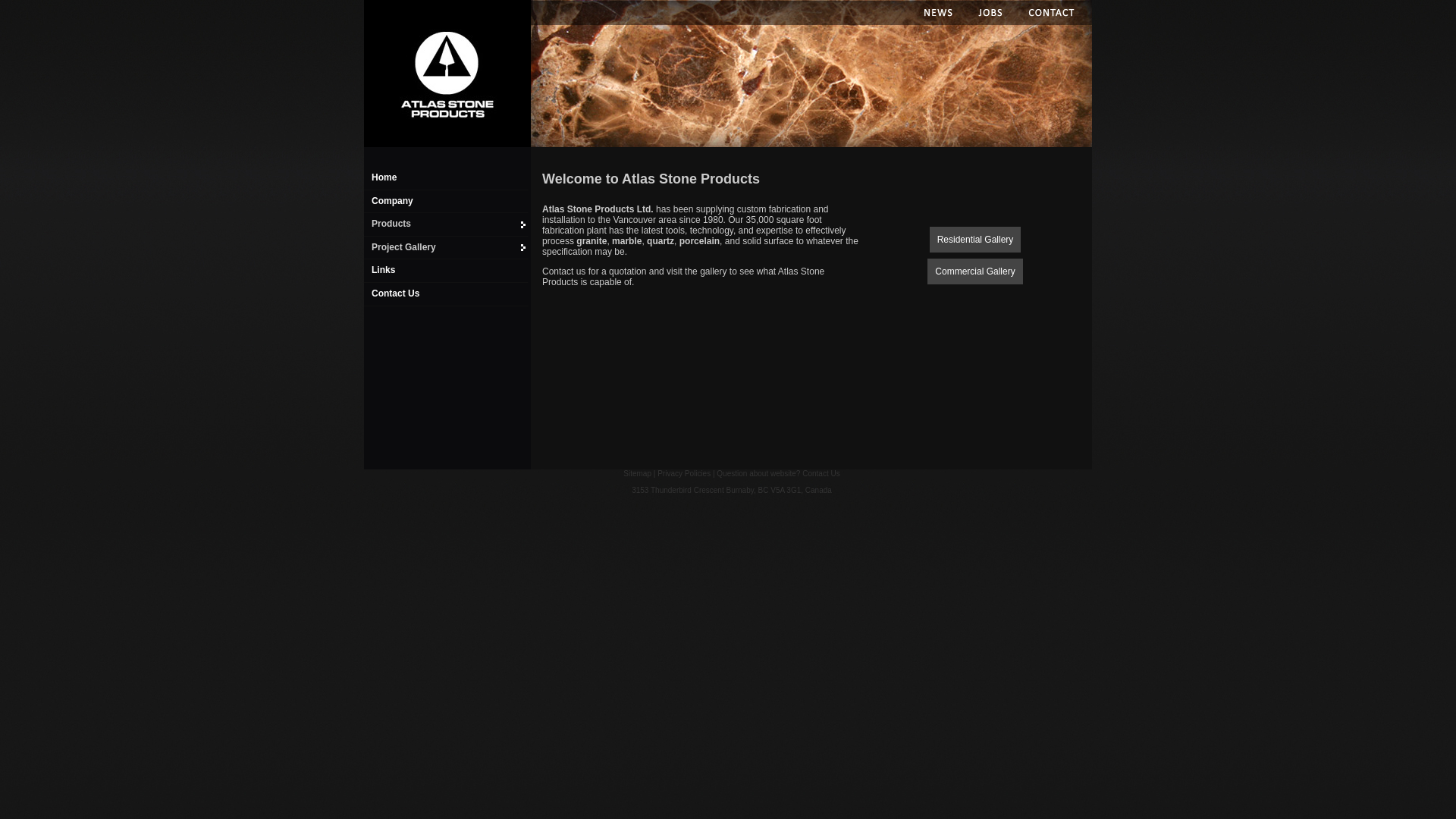  I want to click on 'Company', so click(392, 200).